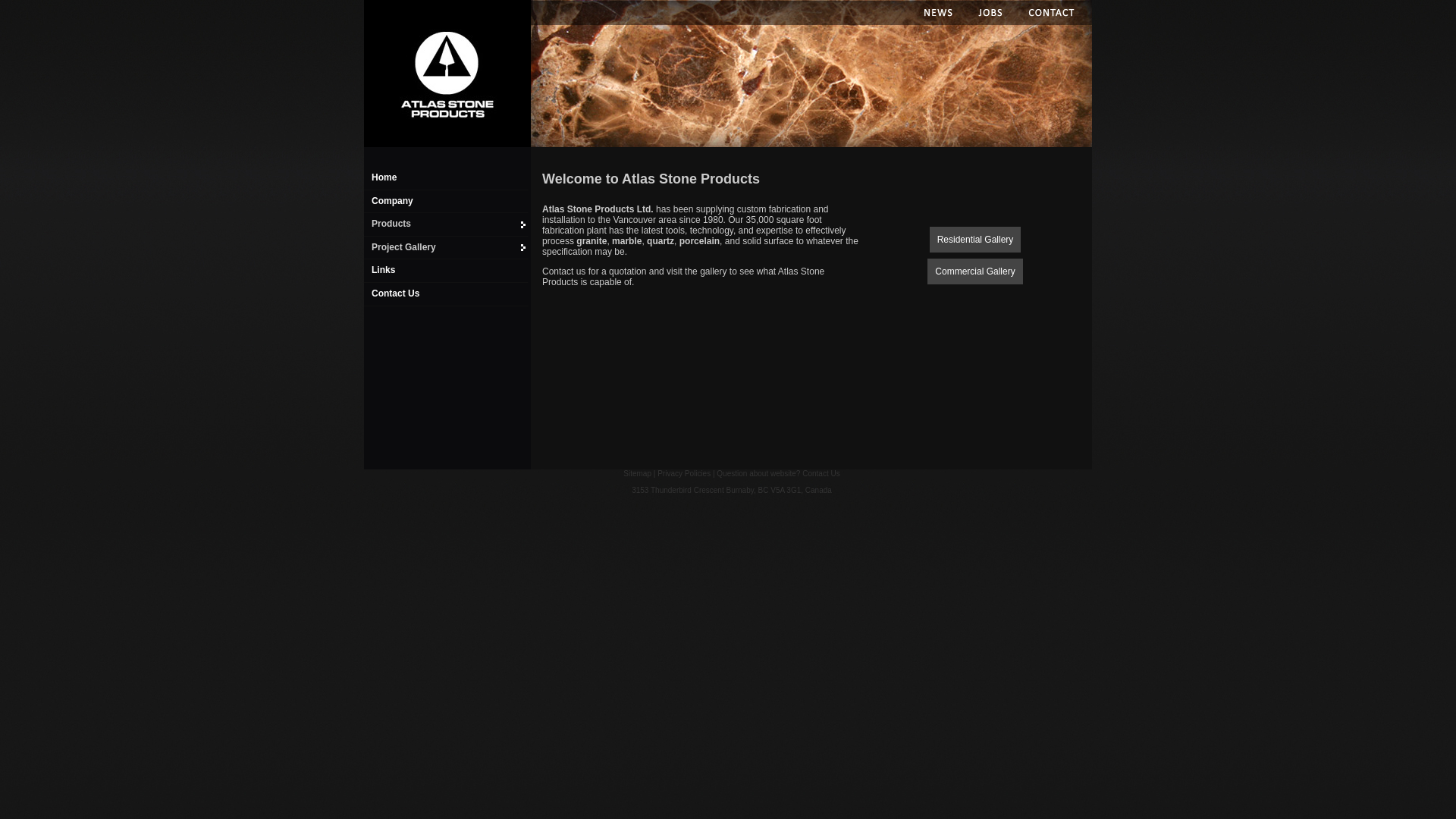  I want to click on 'Company', so click(392, 200).